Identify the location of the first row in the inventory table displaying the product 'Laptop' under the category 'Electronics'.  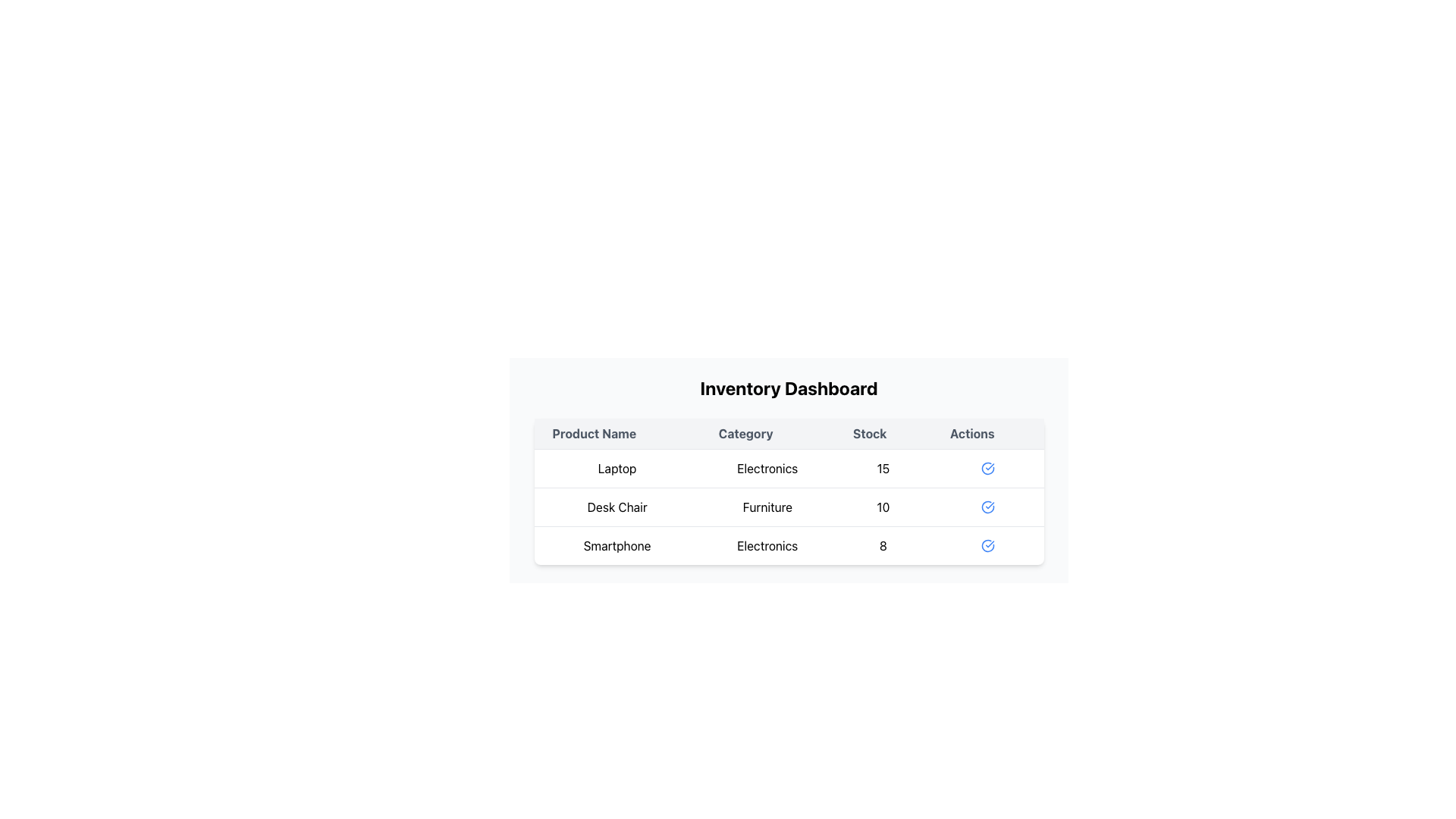
(789, 467).